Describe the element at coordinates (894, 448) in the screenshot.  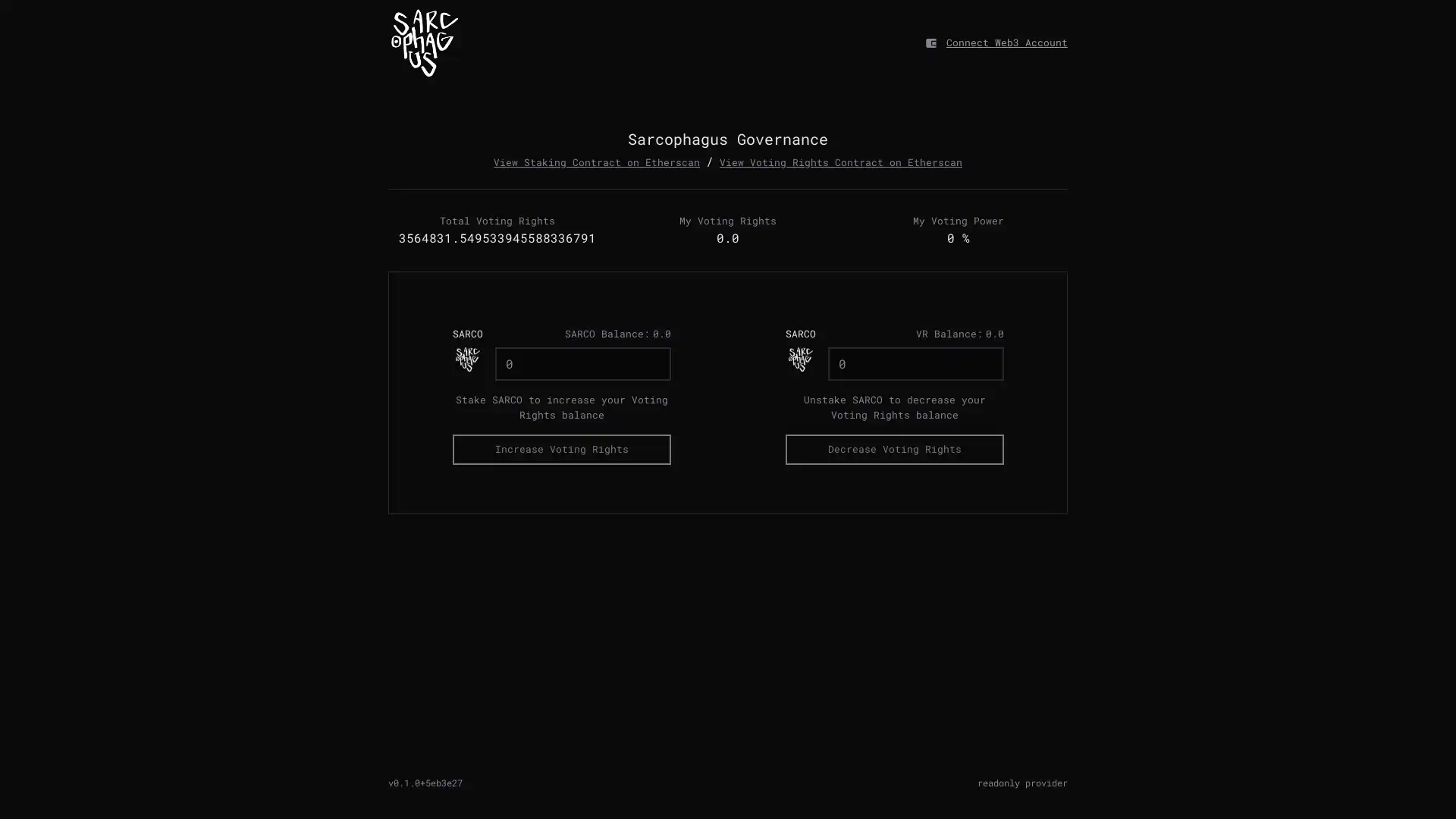
I see `Decrease Voting Rights` at that location.